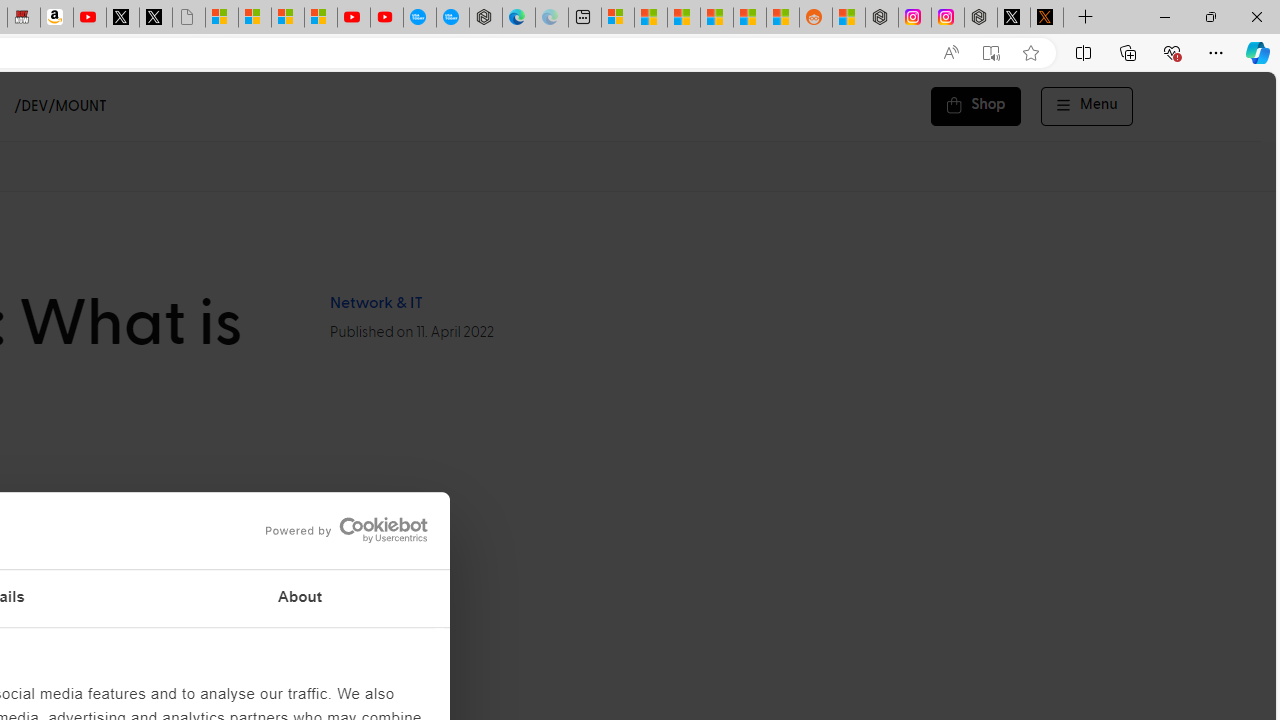 This screenshot has width=1280, height=720. What do you see at coordinates (1086, 106) in the screenshot?
I see `'Menu Off-Canvas'` at bounding box center [1086, 106].